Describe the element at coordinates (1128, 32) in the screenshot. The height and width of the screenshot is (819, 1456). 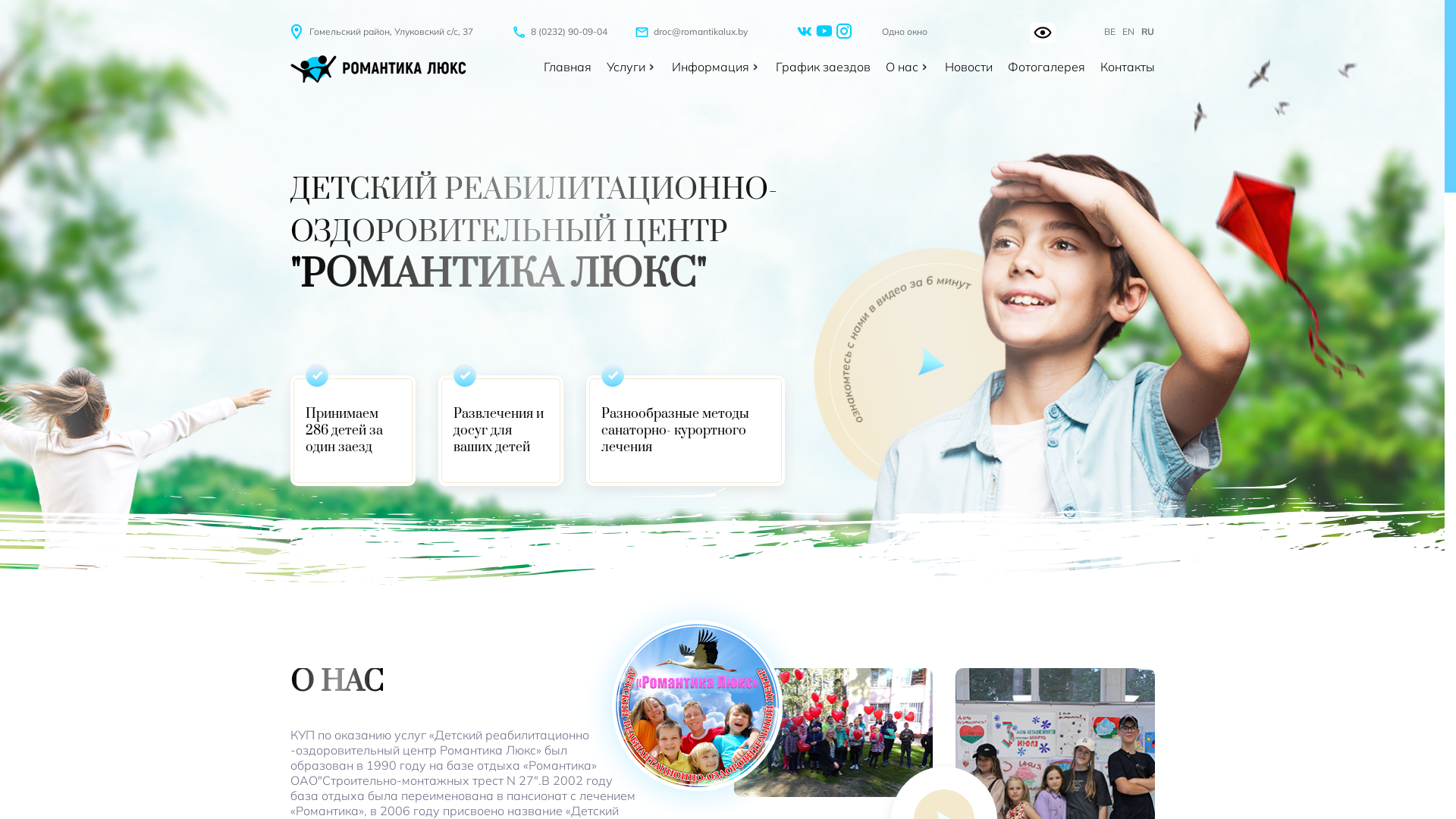
I see `'EN'` at that location.